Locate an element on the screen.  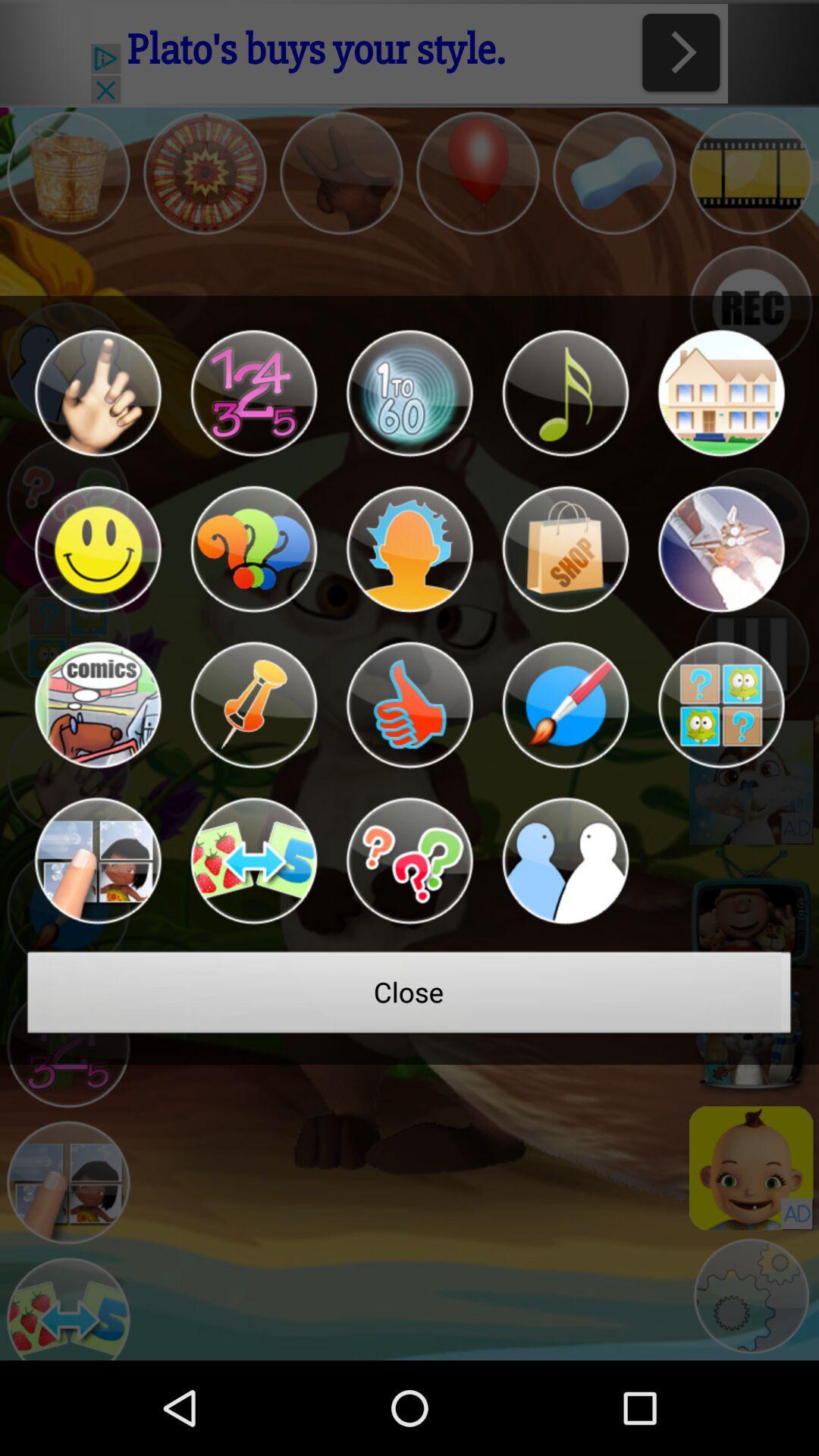
the avatar icon is located at coordinates (409, 587).